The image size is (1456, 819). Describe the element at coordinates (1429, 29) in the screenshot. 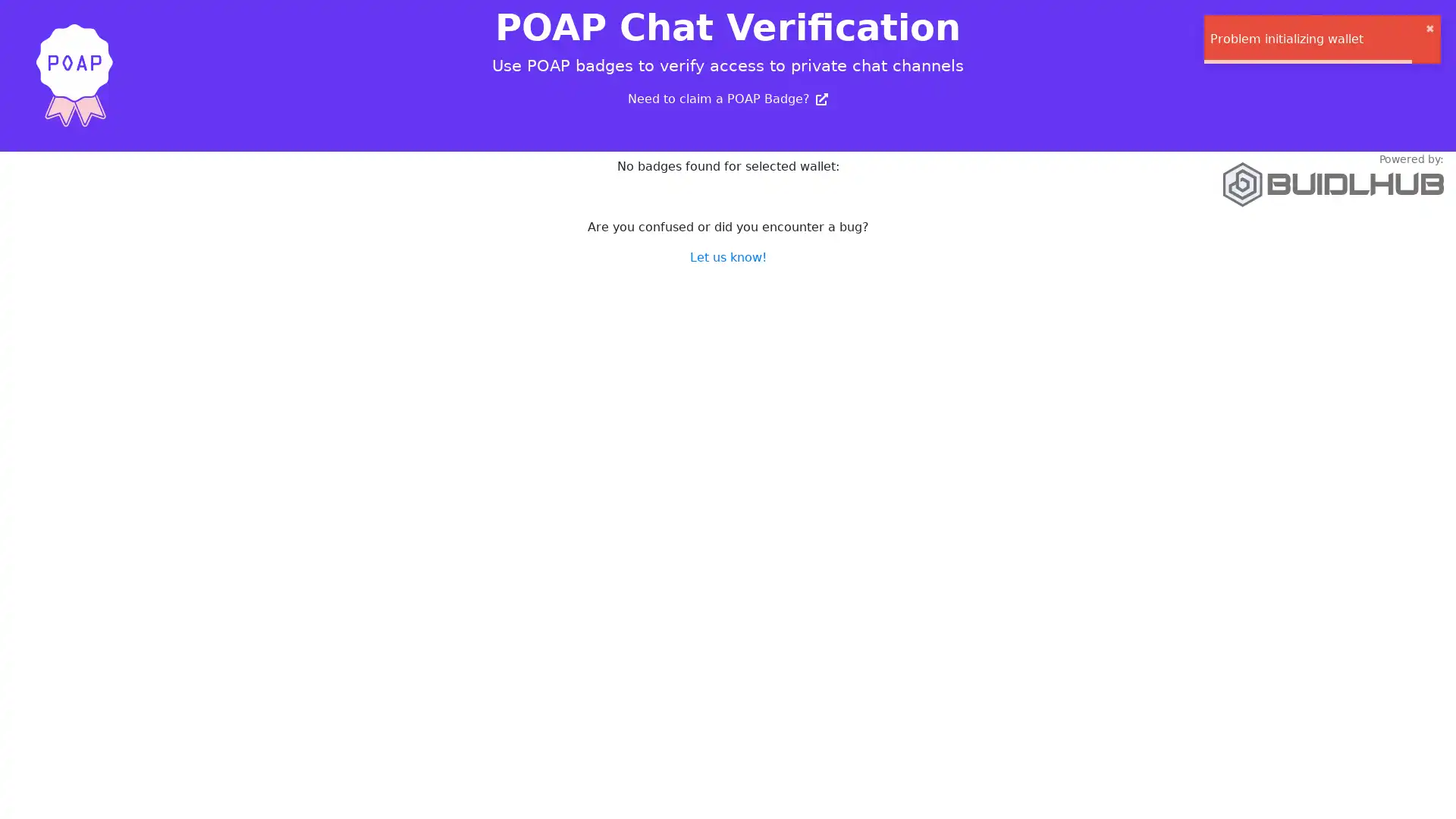

I see `close` at that location.